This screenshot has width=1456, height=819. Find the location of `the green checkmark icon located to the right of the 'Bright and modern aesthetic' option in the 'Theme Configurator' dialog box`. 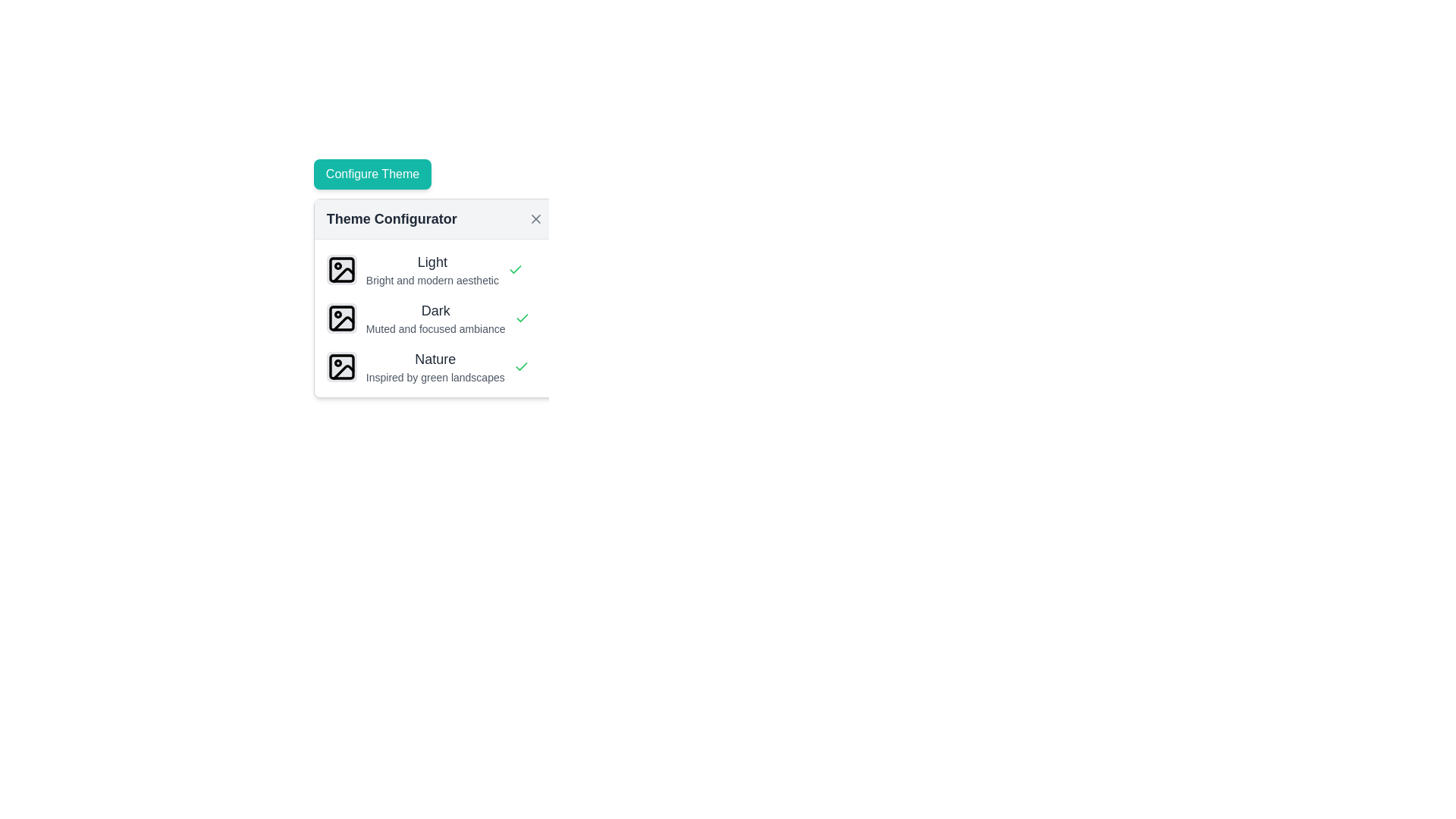

the green checkmark icon located to the right of the 'Bright and modern aesthetic' option in the 'Theme Configurator' dialog box is located at coordinates (515, 268).